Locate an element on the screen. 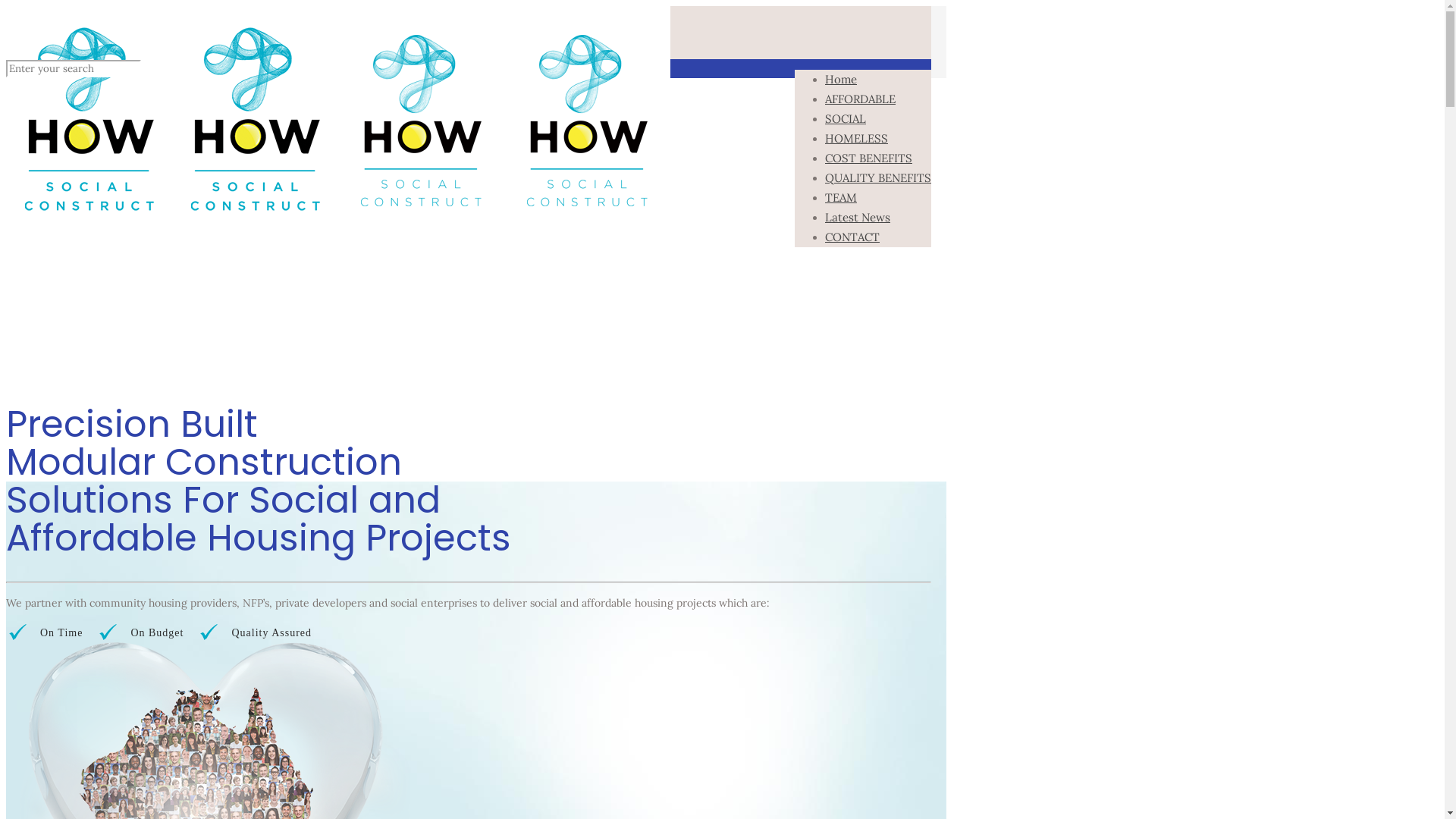 The height and width of the screenshot is (819, 1456). 'Latest News' is located at coordinates (858, 217).